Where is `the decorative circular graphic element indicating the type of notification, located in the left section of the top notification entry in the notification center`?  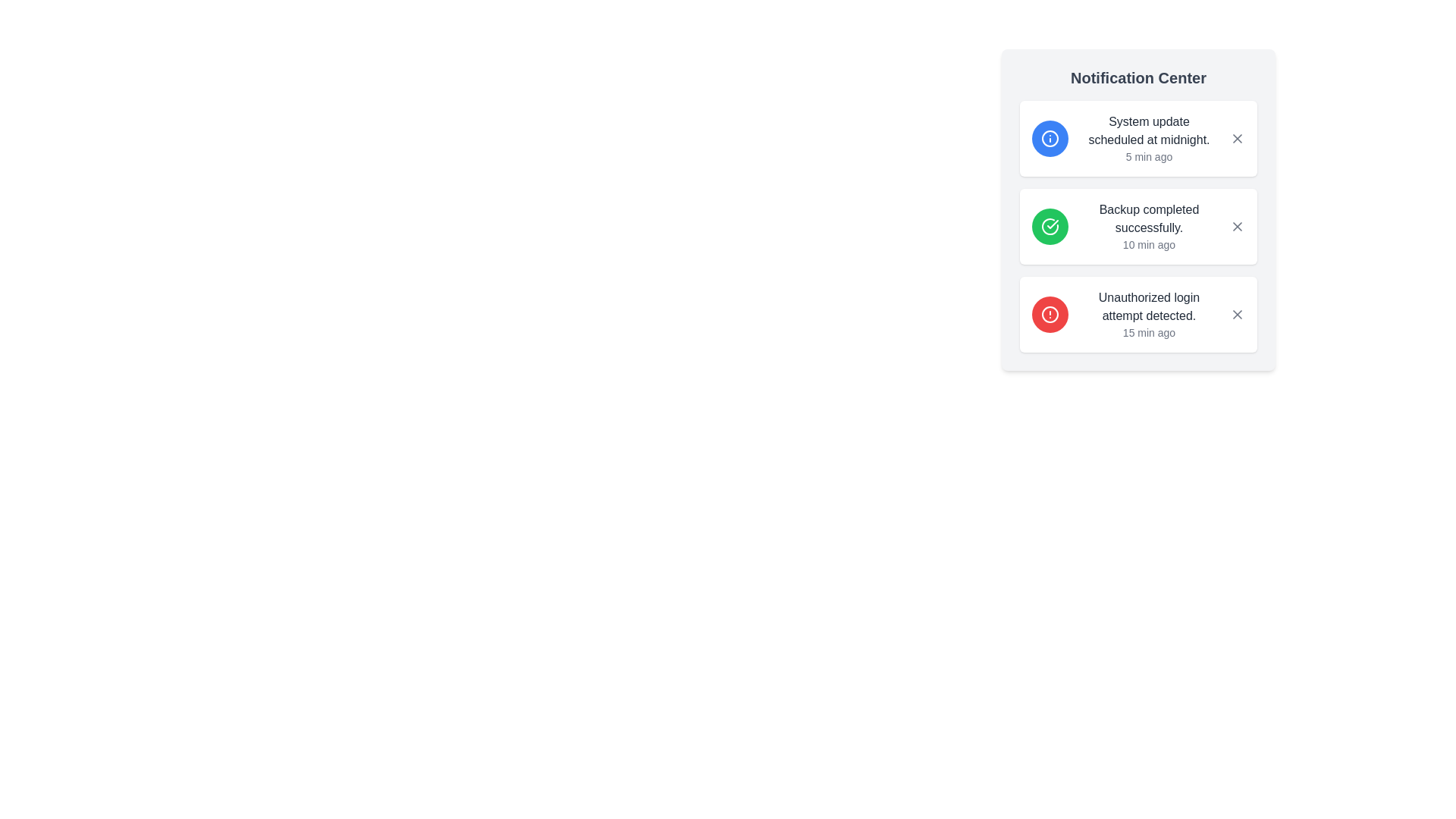
the decorative circular graphic element indicating the type of notification, located in the left section of the top notification entry in the notification center is located at coordinates (1050, 138).